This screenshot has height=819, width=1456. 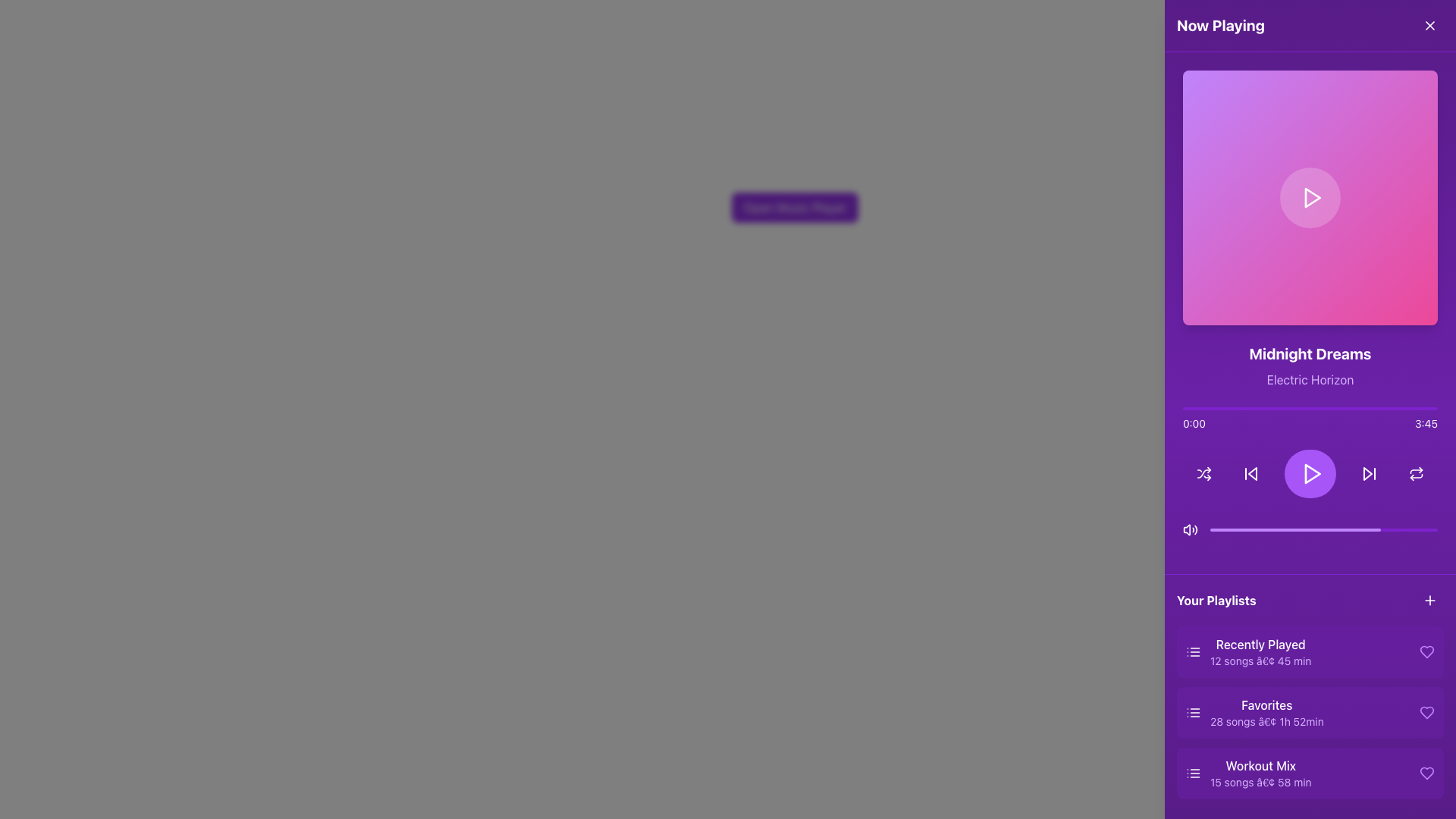 I want to click on the circular button with a solid purple background and a triangular play icon, so click(x=1310, y=472).